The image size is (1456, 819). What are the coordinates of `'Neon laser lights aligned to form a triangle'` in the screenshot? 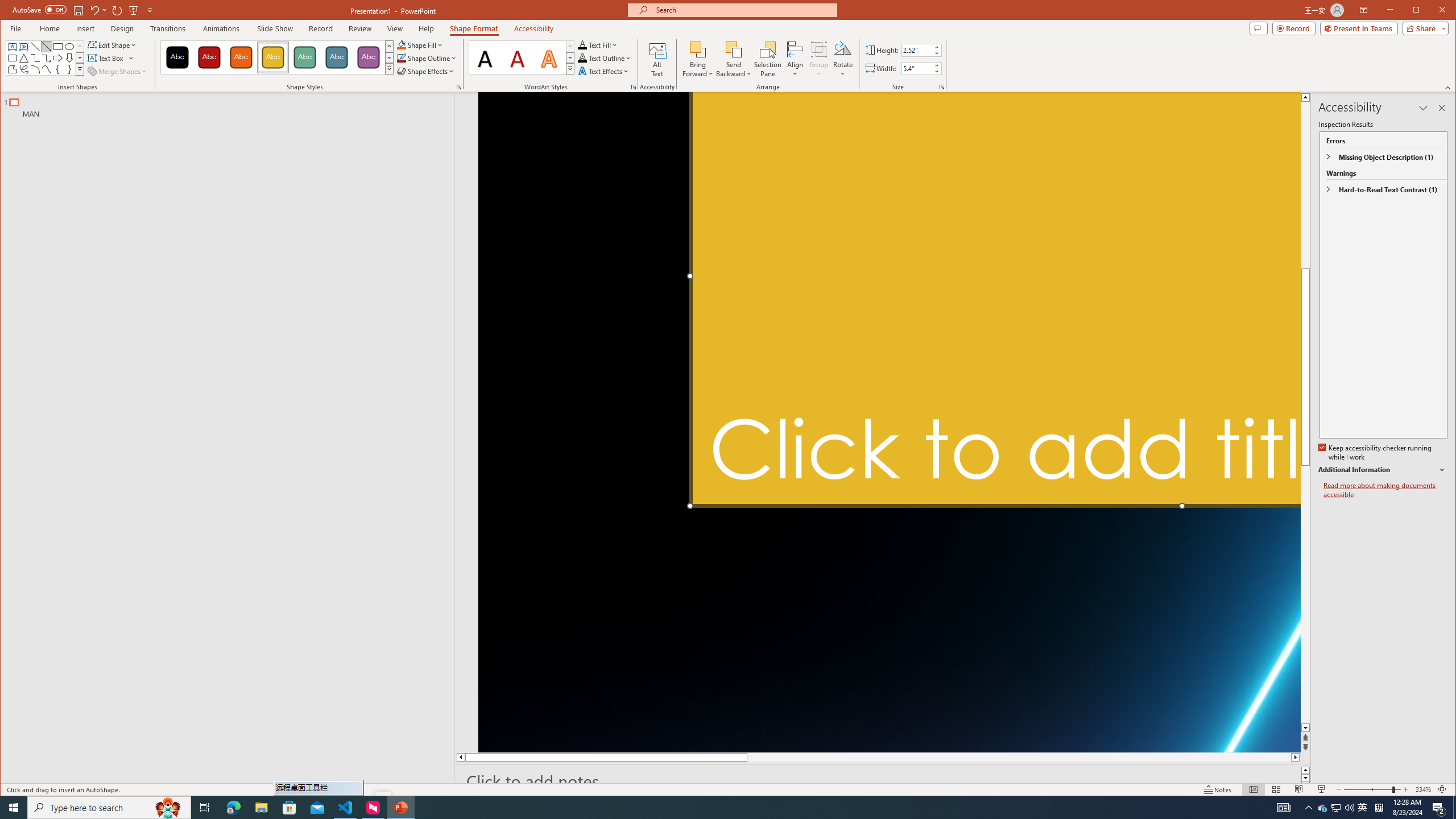 It's located at (890, 422).